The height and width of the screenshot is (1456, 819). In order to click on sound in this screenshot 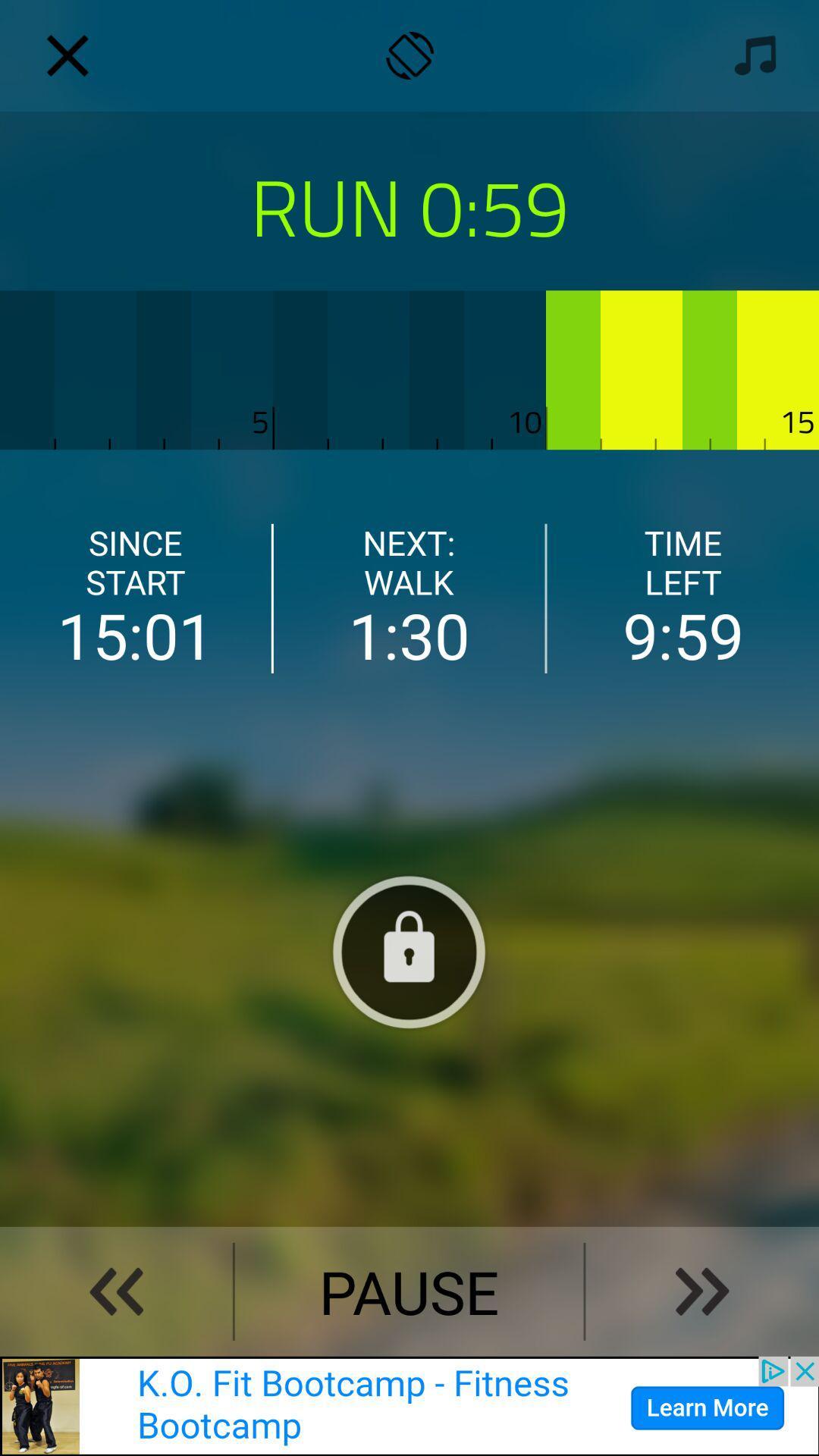, I will do `click(751, 55)`.